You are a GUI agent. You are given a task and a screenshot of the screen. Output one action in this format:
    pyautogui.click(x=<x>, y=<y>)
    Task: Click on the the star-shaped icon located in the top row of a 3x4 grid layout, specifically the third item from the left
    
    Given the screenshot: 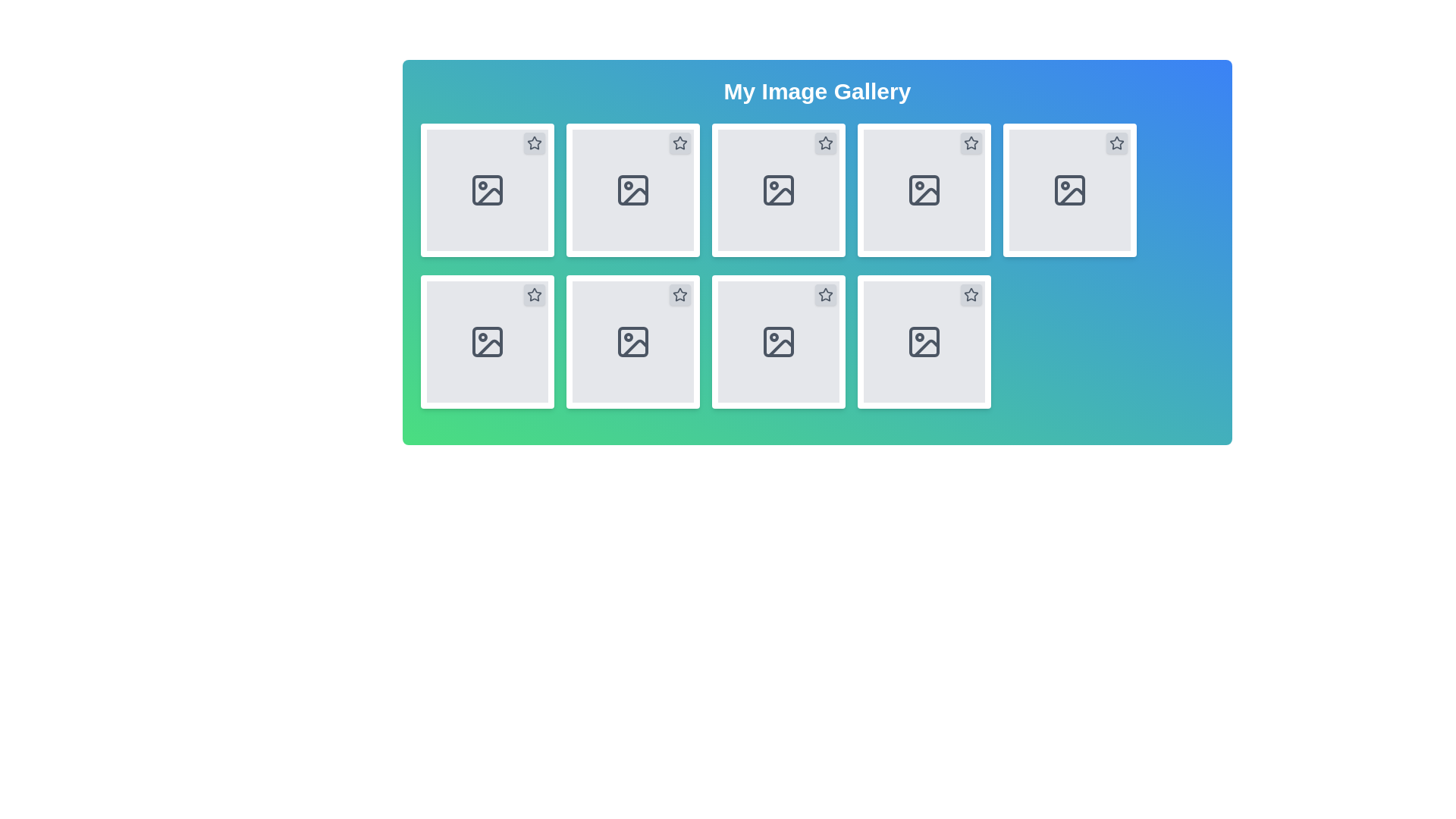 What is the action you would take?
    pyautogui.click(x=971, y=143)
    